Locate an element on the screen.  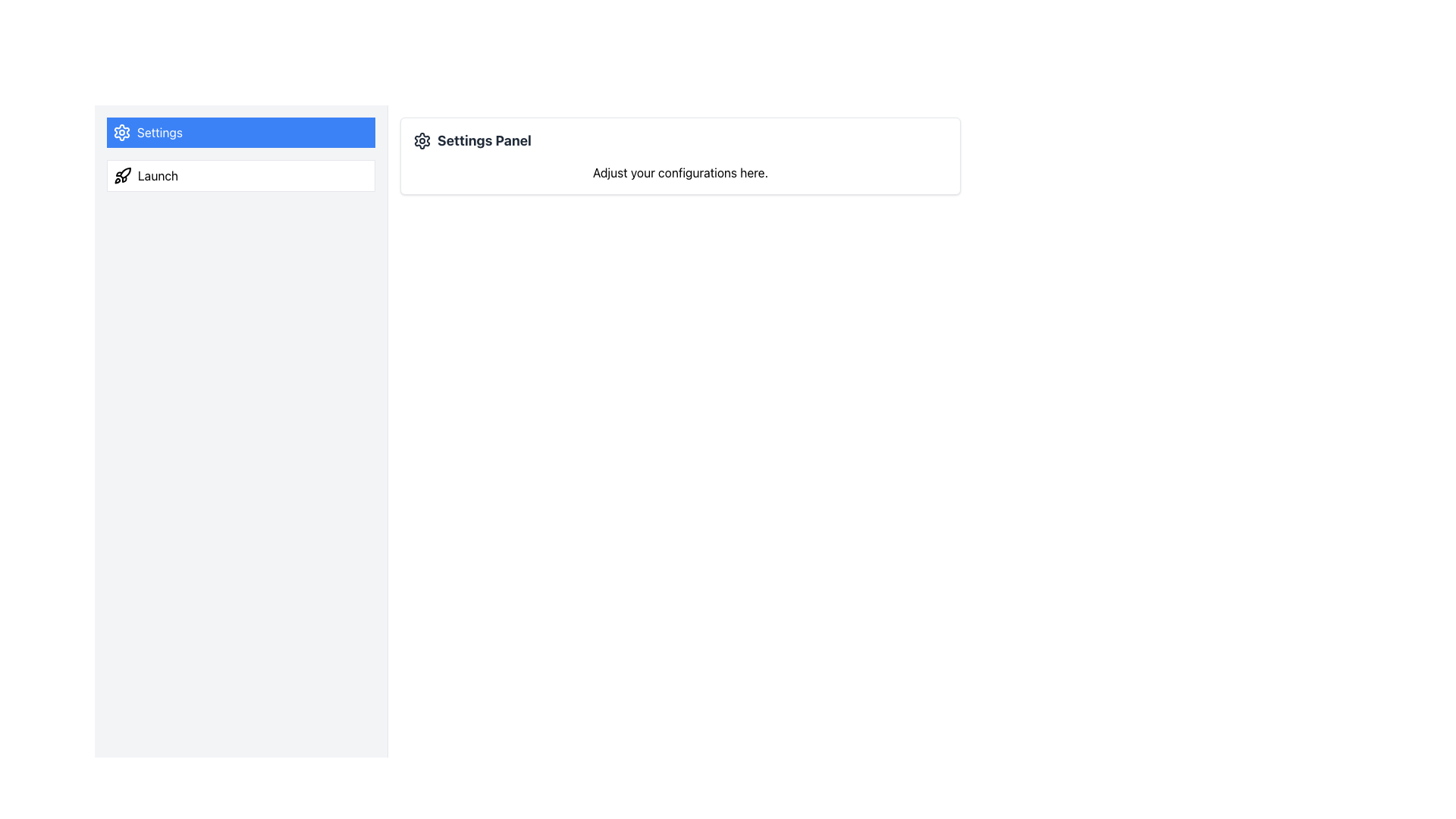
the cogwheel icon representing the settings option, which is located to the left of the 'Settings Panel' text label is located at coordinates (422, 140).